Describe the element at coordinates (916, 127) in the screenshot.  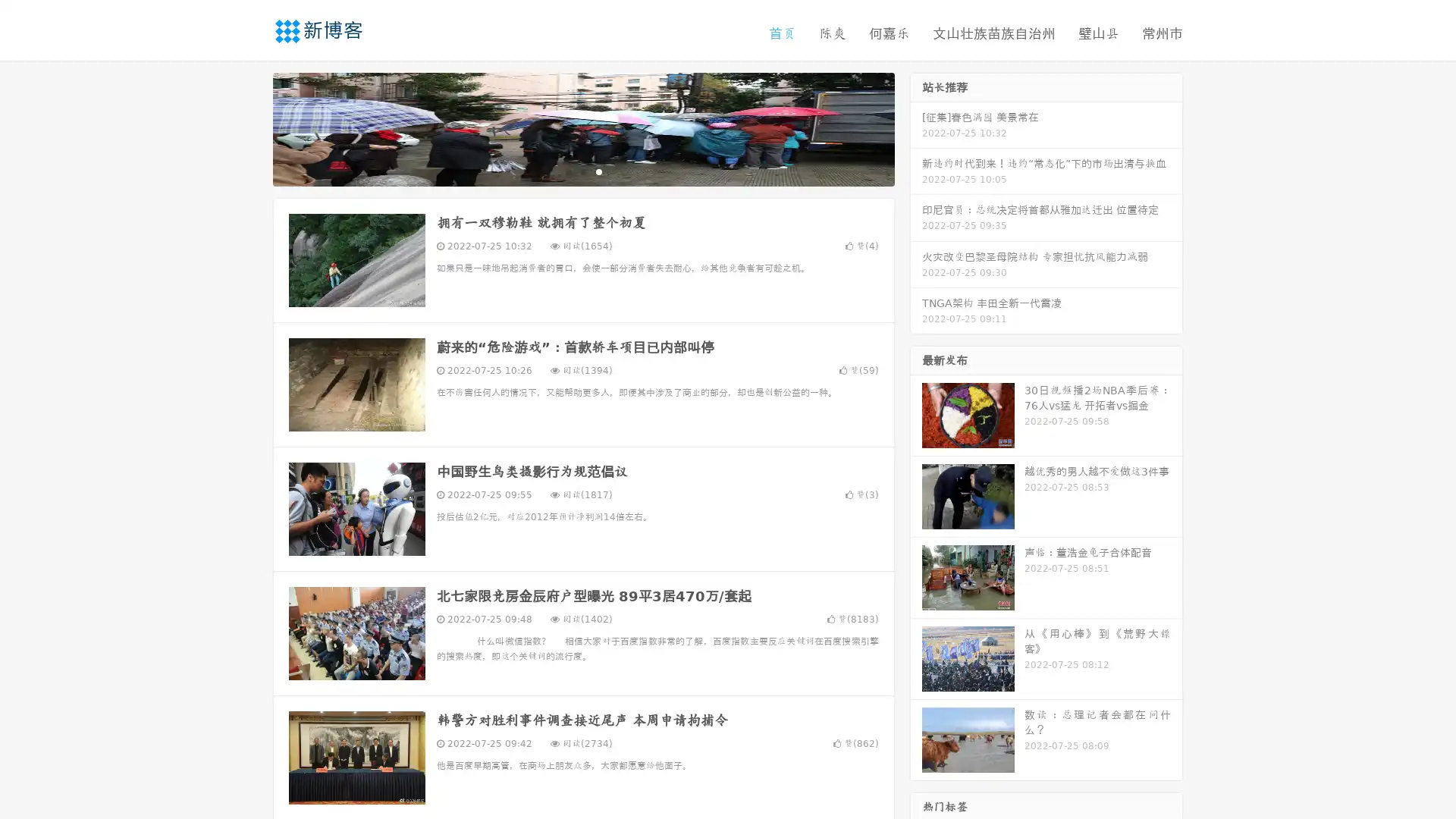
I see `Next slide` at that location.